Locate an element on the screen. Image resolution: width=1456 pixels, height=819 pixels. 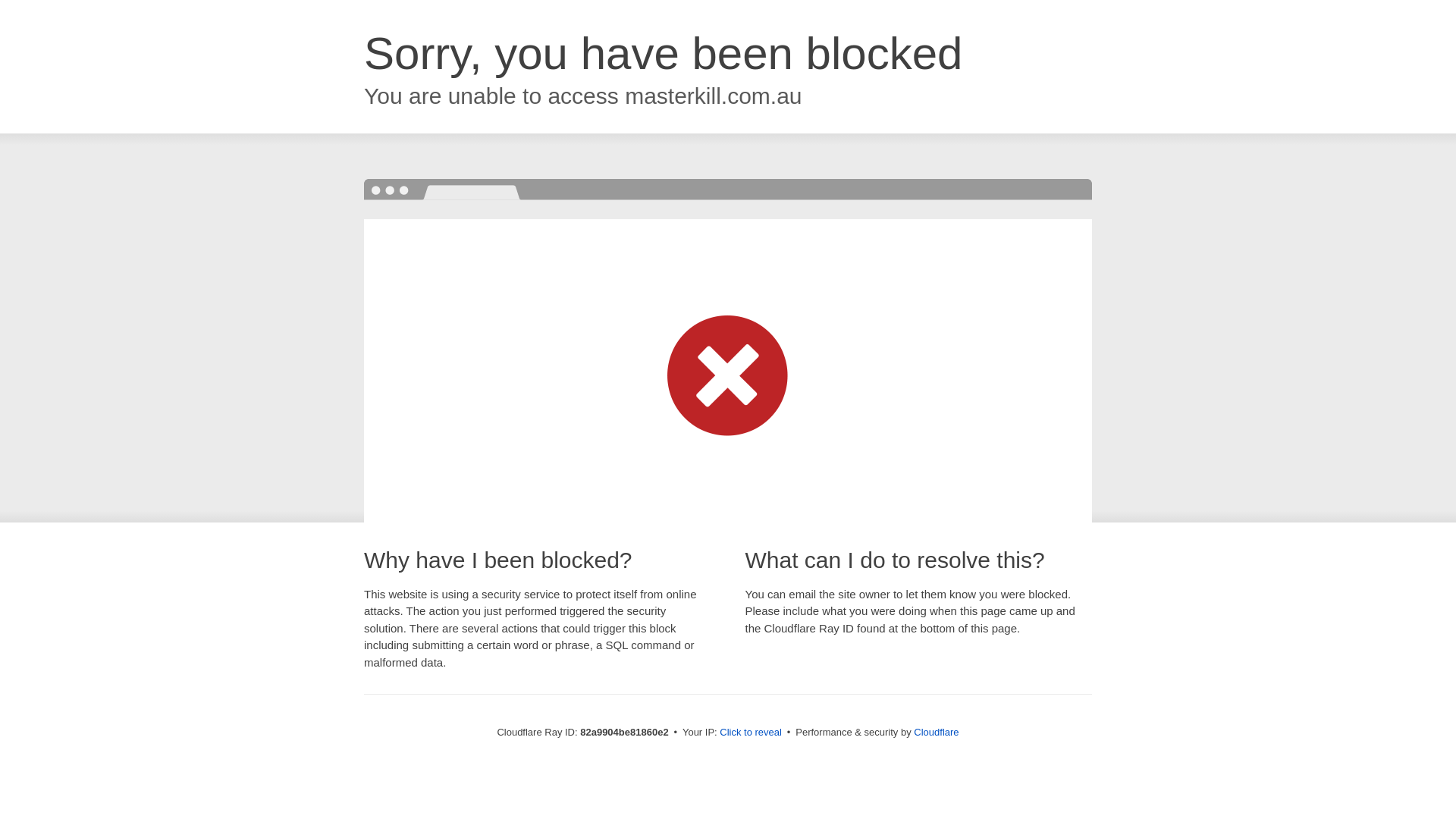
'Cloudflare' is located at coordinates (935, 731).